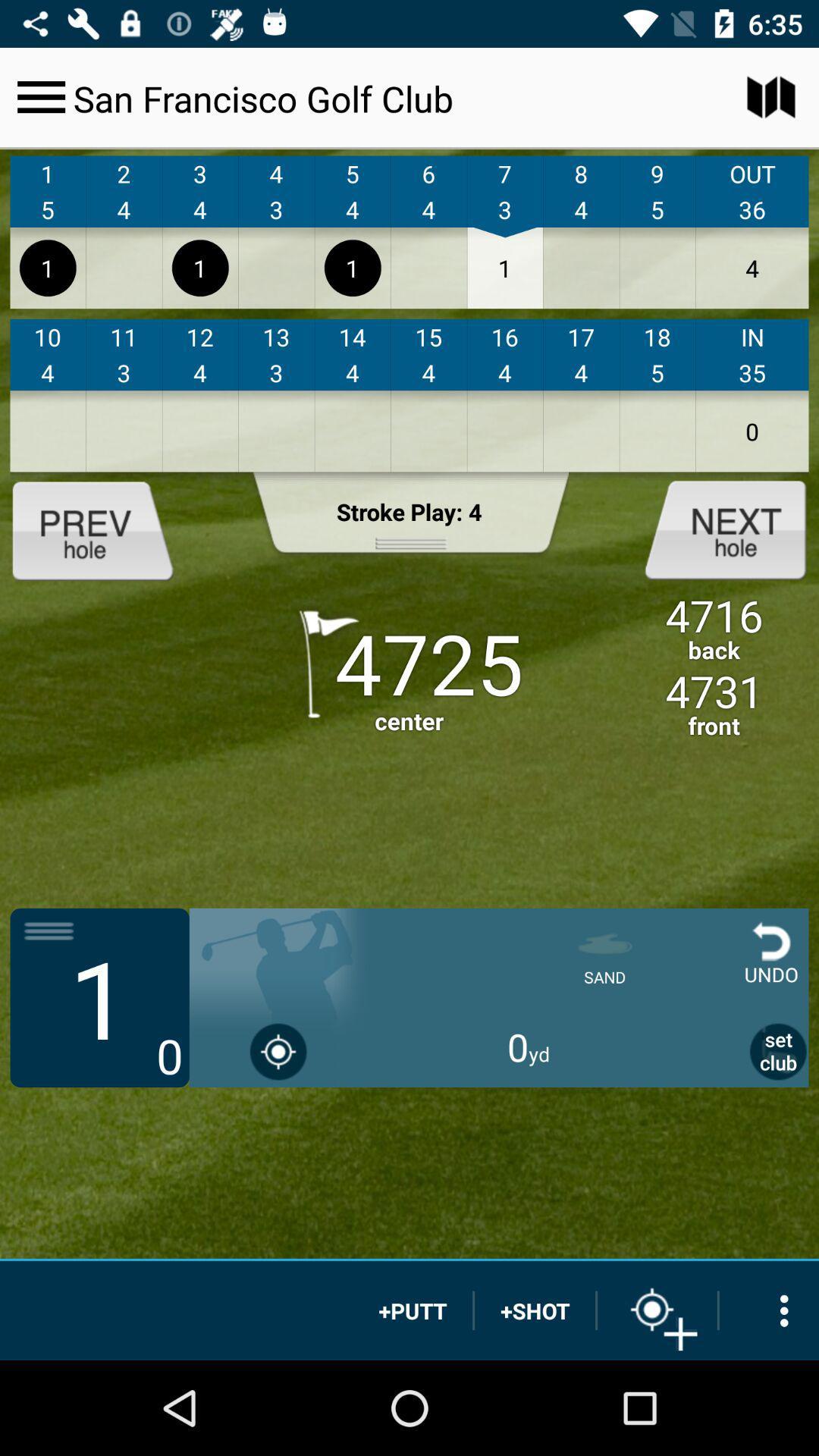 This screenshot has width=819, height=1456. Describe the element at coordinates (657, 1310) in the screenshot. I see `location gps add` at that location.